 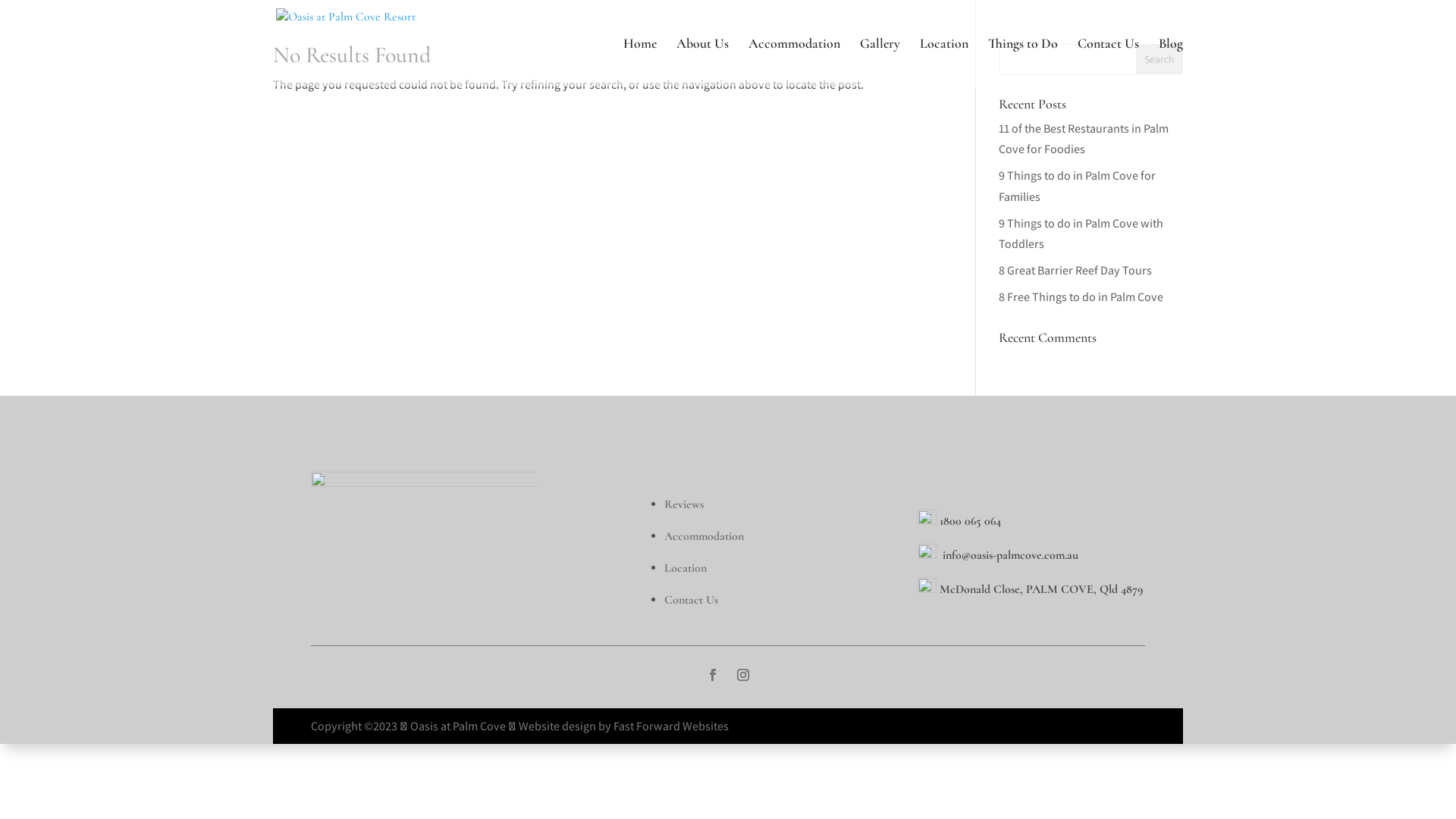 What do you see at coordinates (742, 674) in the screenshot?
I see `'Follow on Instagram'` at bounding box center [742, 674].